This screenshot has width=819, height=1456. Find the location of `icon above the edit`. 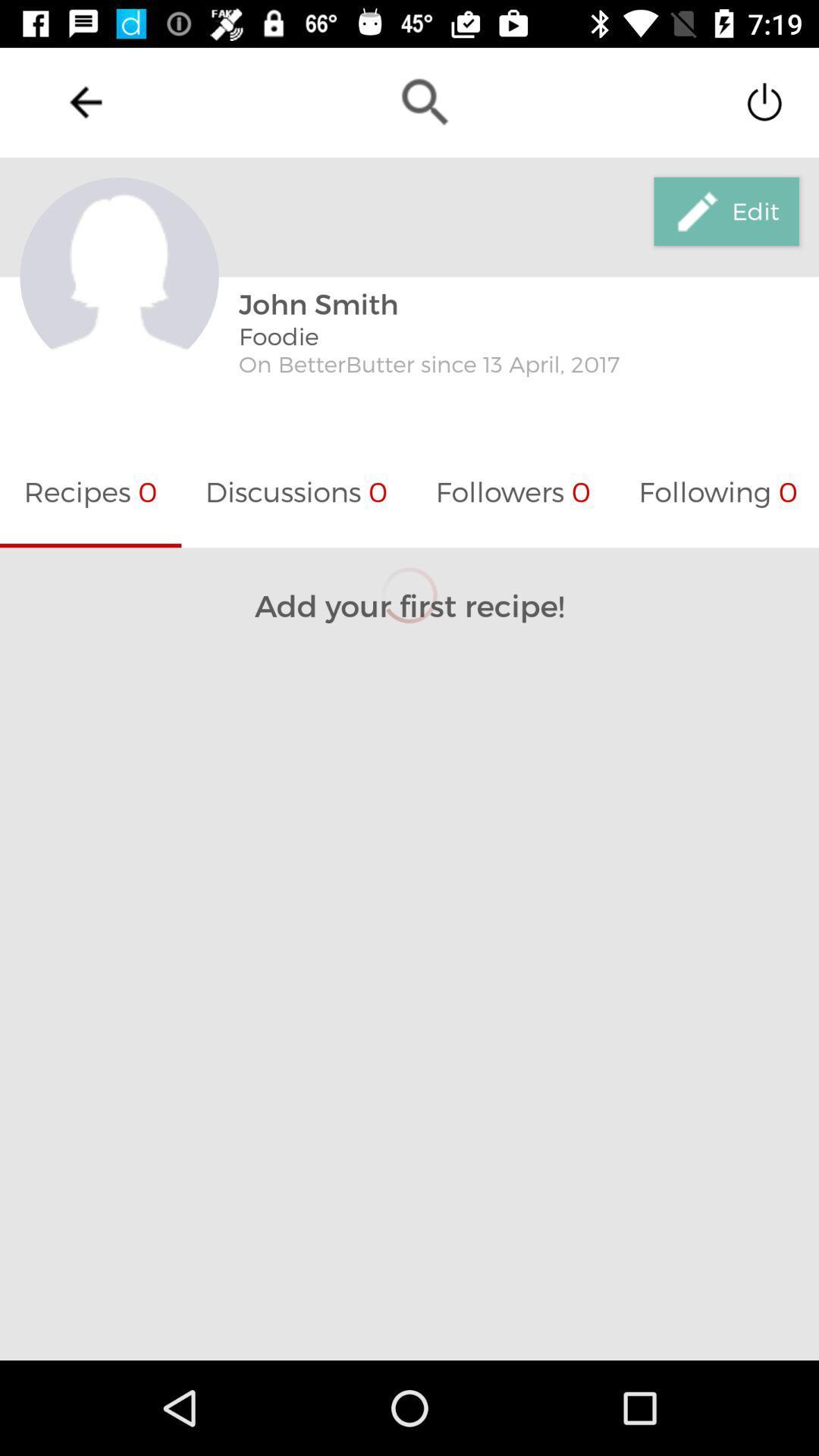

icon above the edit is located at coordinates (764, 101).